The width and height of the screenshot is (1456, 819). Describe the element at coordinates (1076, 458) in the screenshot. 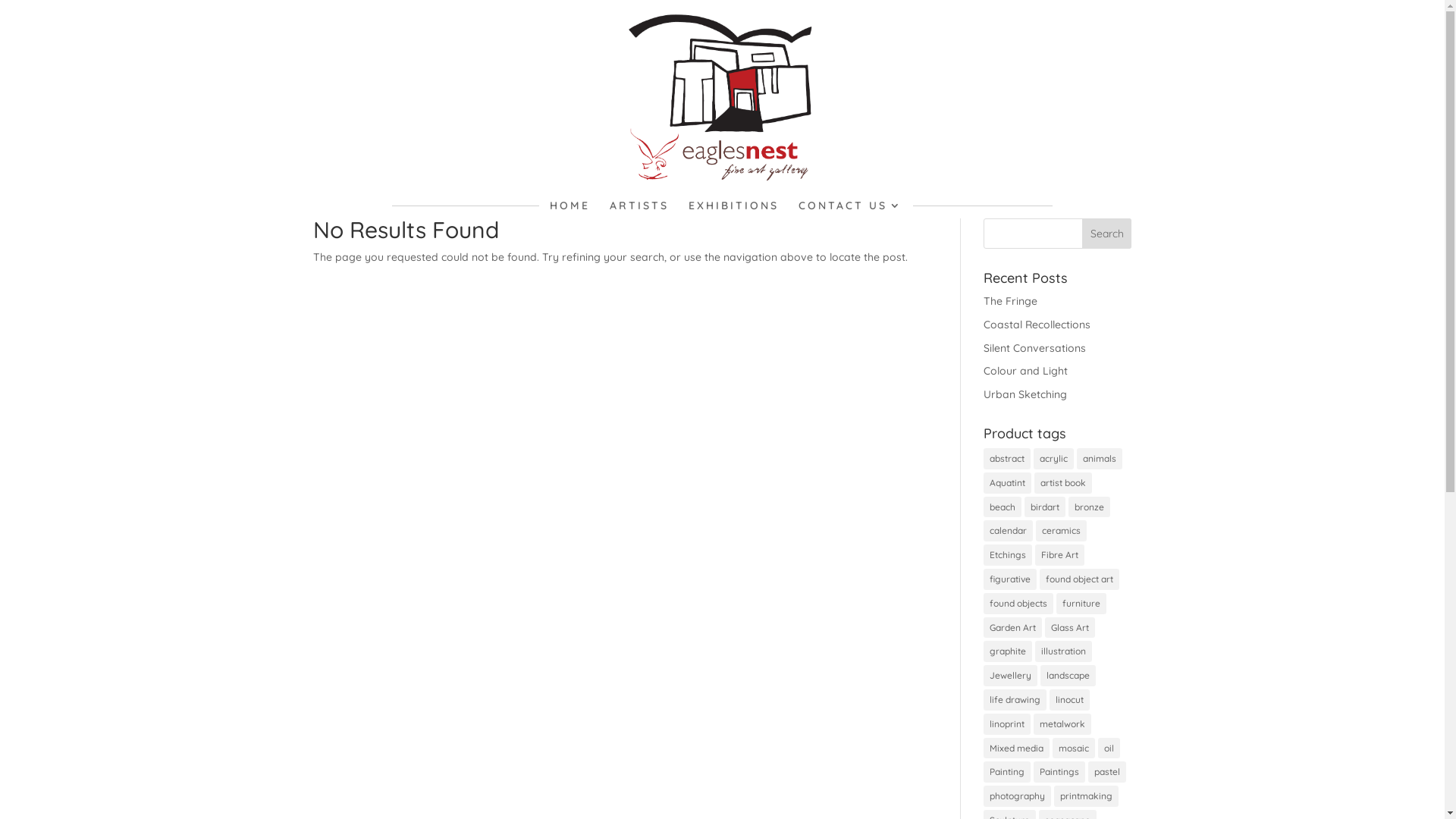

I see `'animals'` at that location.